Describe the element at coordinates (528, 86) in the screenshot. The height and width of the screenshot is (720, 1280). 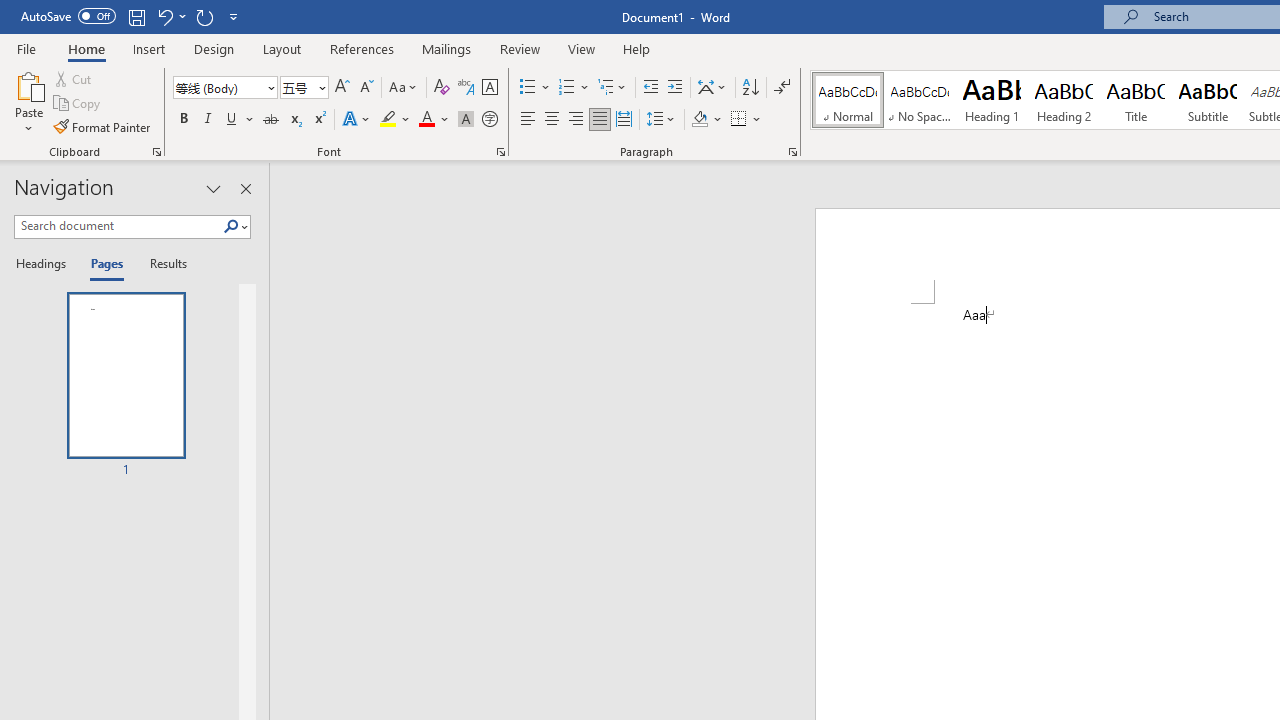
I see `'Bullets'` at that location.